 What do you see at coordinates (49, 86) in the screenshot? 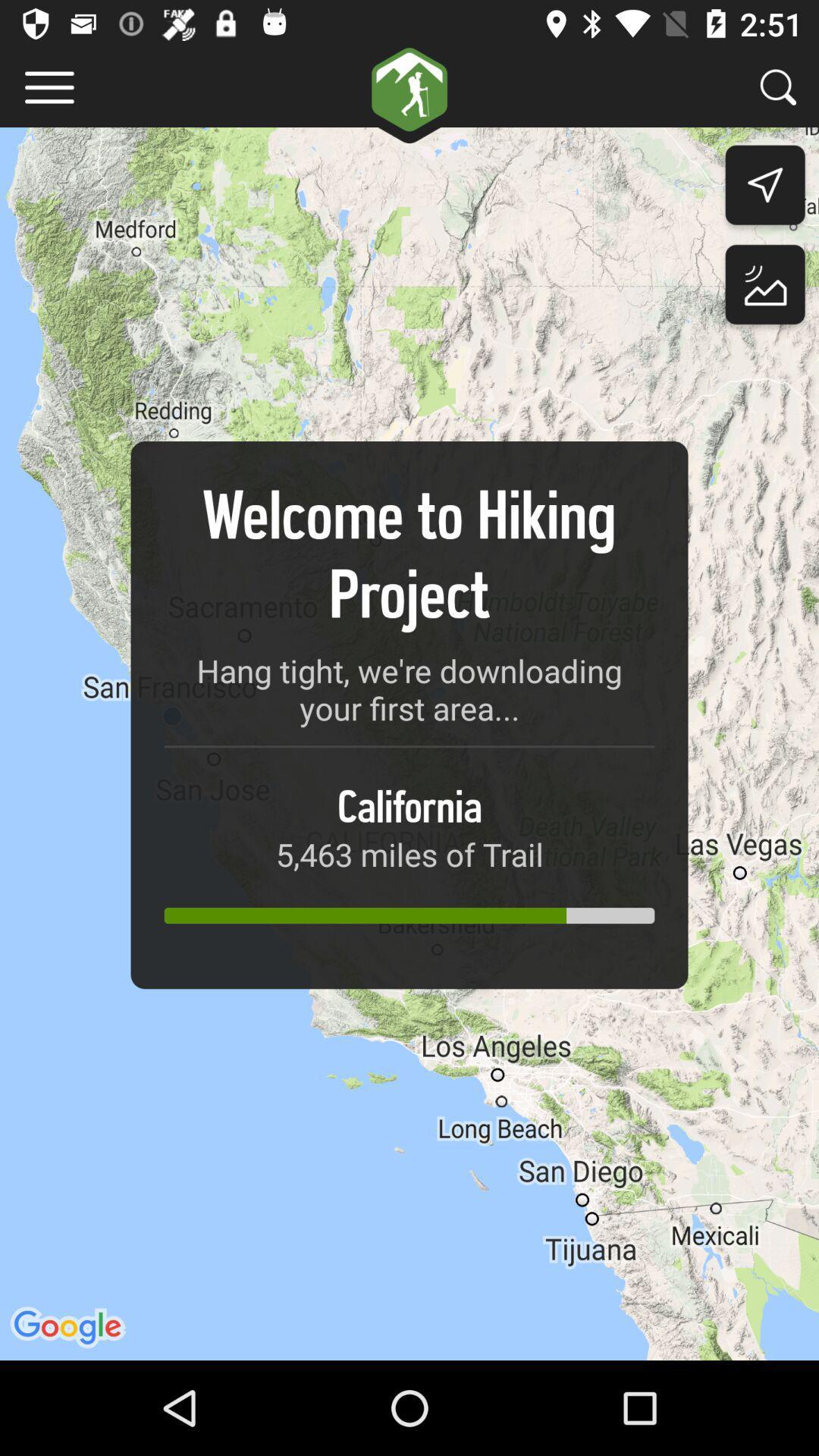
I see `navigation menu` at bounding box center [49, 86].